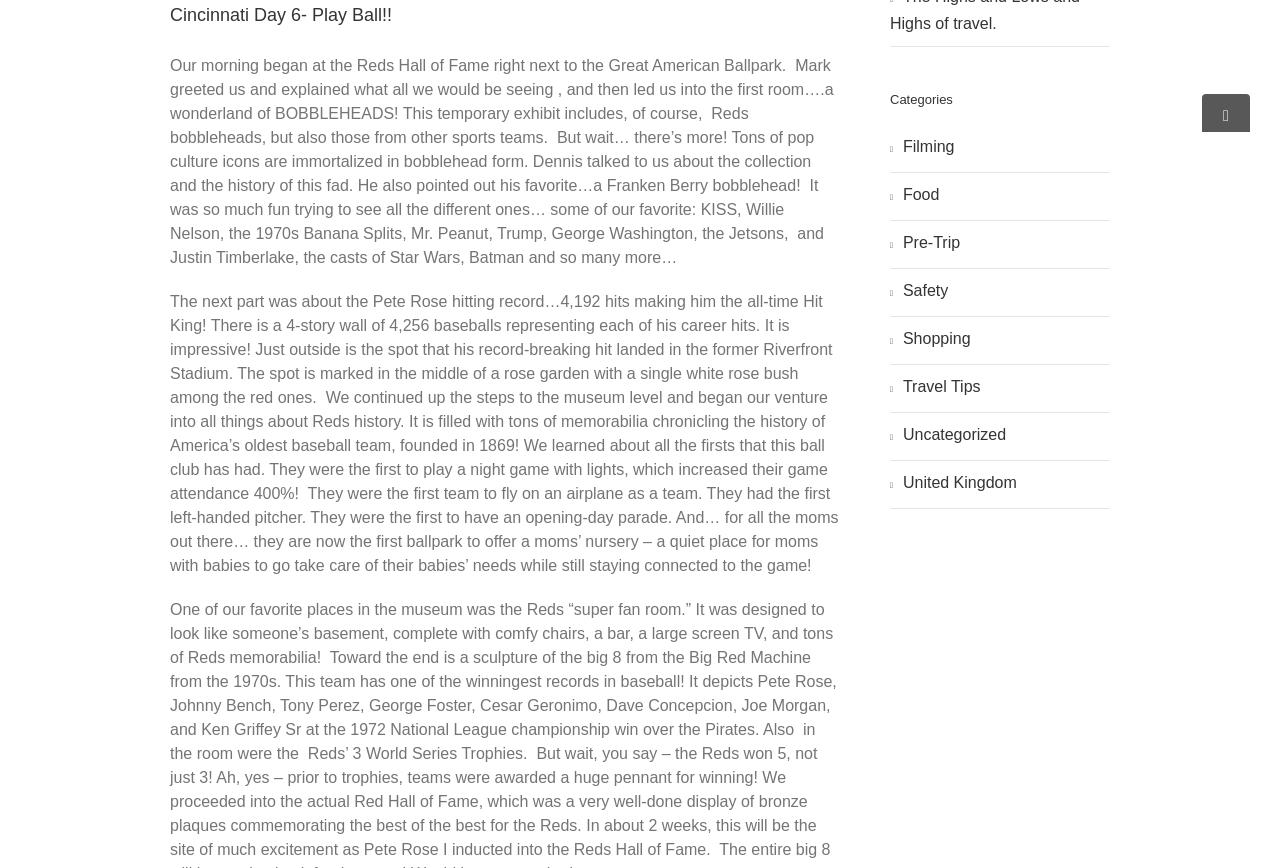 The height and width of the screenshot is (868, 1280). What do you see at coordinates (901, 241) in the screenshot?
I see `'Pre-Trip'` at bounding box center [901, 241].